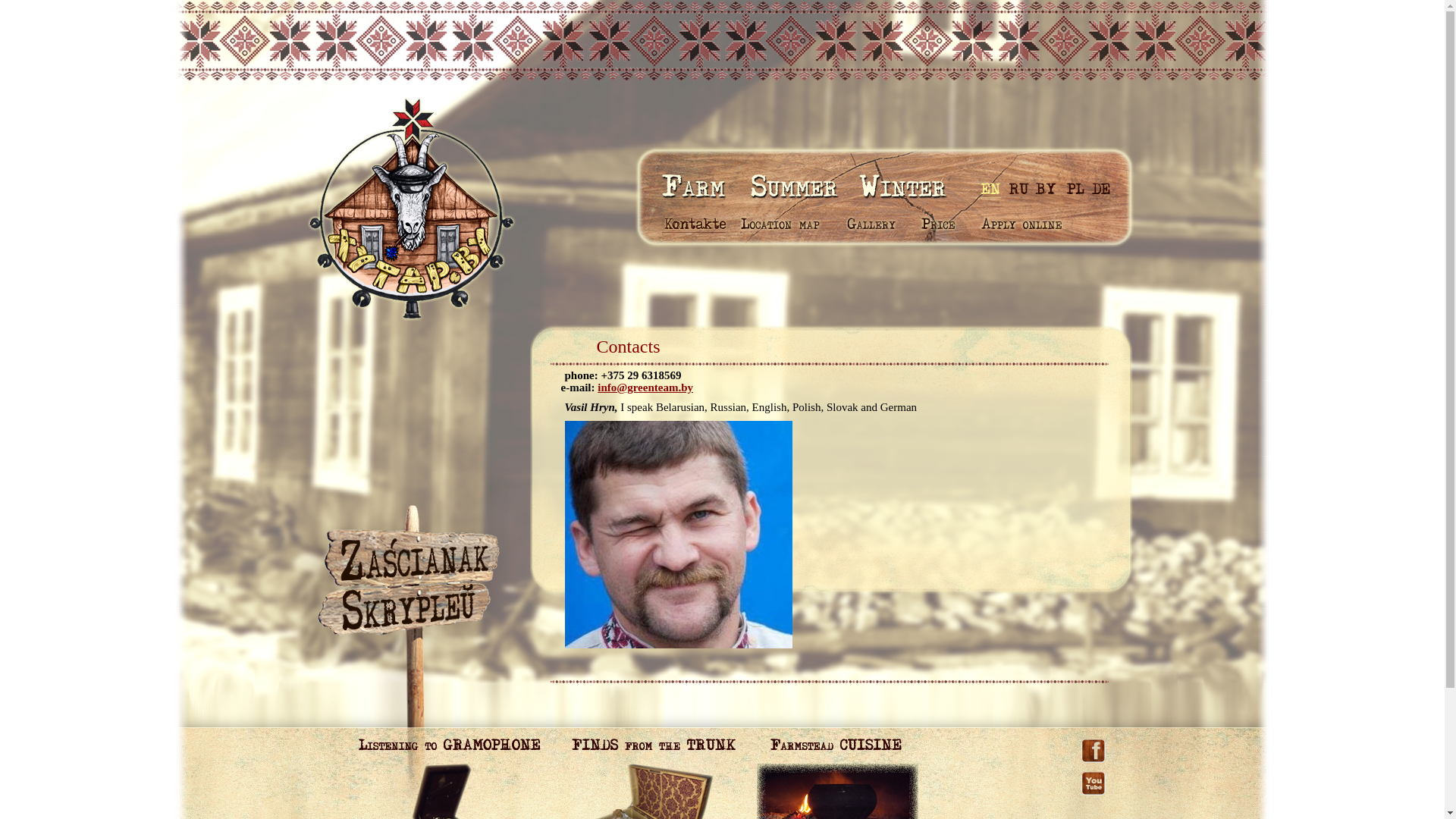  What do you see at coordinates (1018, 187) in the screenshot?
I see `'RU'` at bounding box center [1018, 187].